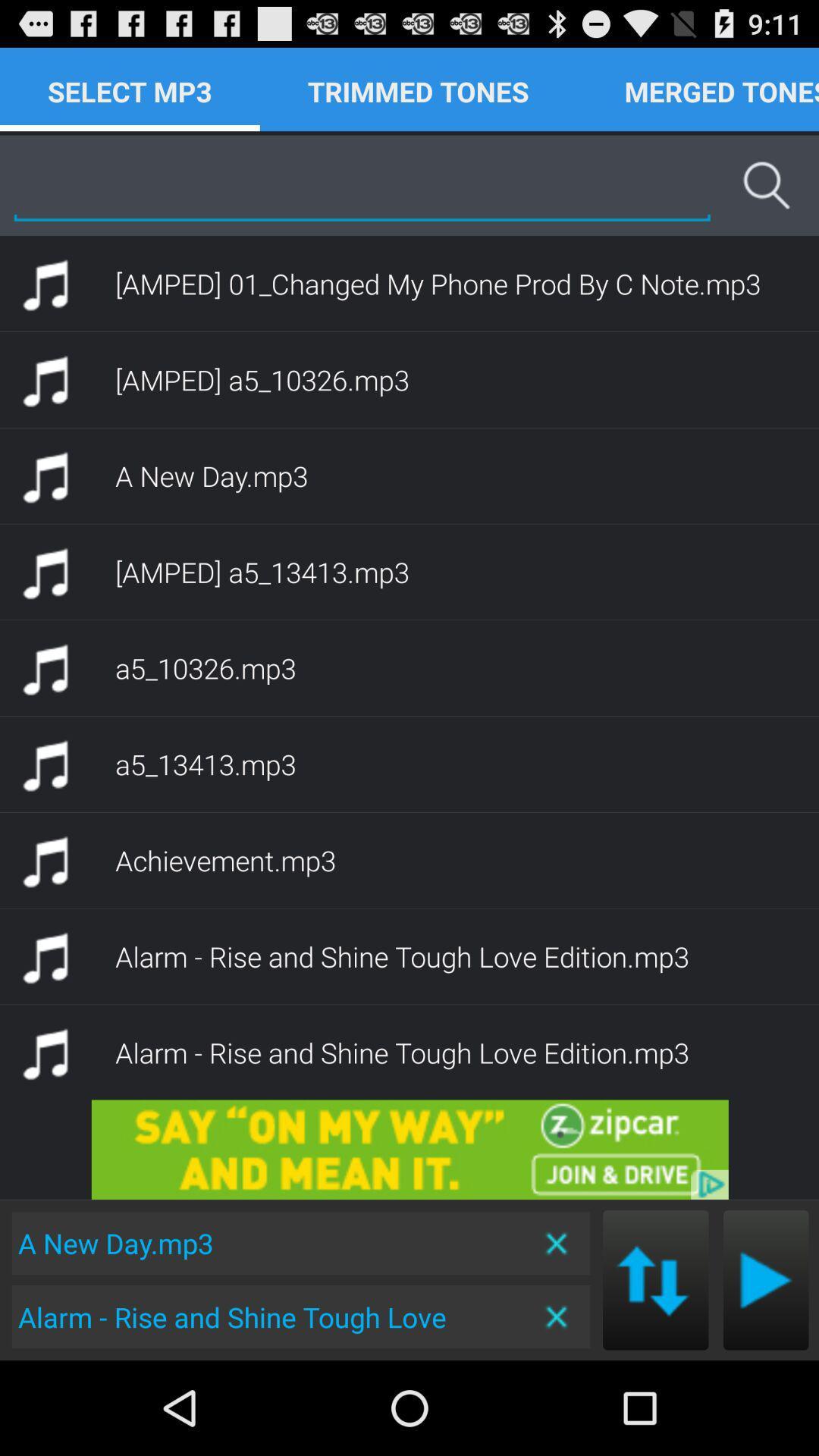  What do you see at coordinates (557, 1316) in the screenshot?
I see `deletes song` at bounding box center [557, 1316].